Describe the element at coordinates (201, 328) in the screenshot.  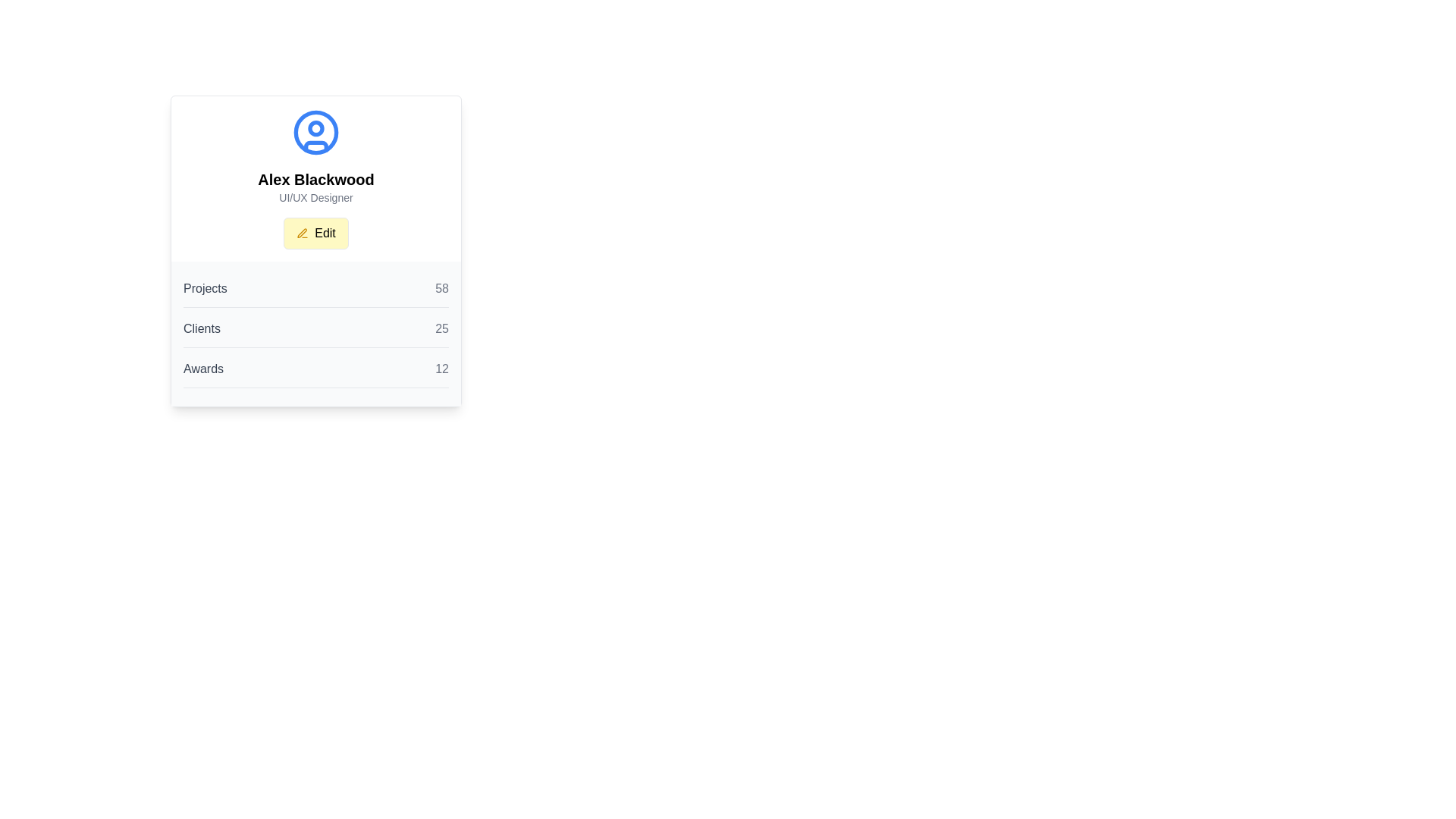
I see `the 'Clients' text label that describes the associated numeric value '25', indicating the number of clients related to the user` at that location.